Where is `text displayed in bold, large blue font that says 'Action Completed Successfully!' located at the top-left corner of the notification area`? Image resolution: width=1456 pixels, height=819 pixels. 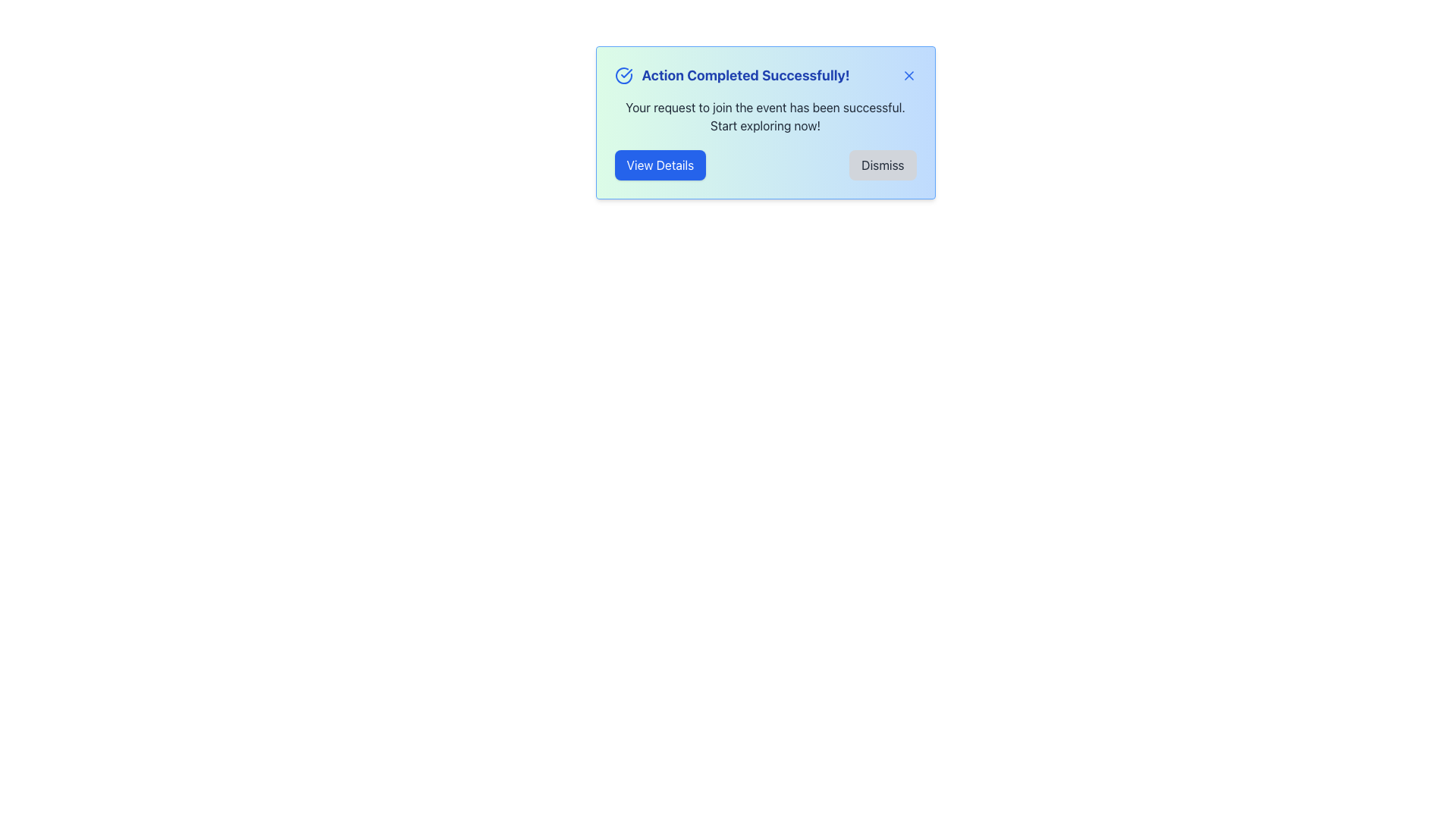 text displayed in bold, large blue font that says 'Action Completed Successfully!' located at the top-left corner of the notification area is located at coordinates (745, 76).